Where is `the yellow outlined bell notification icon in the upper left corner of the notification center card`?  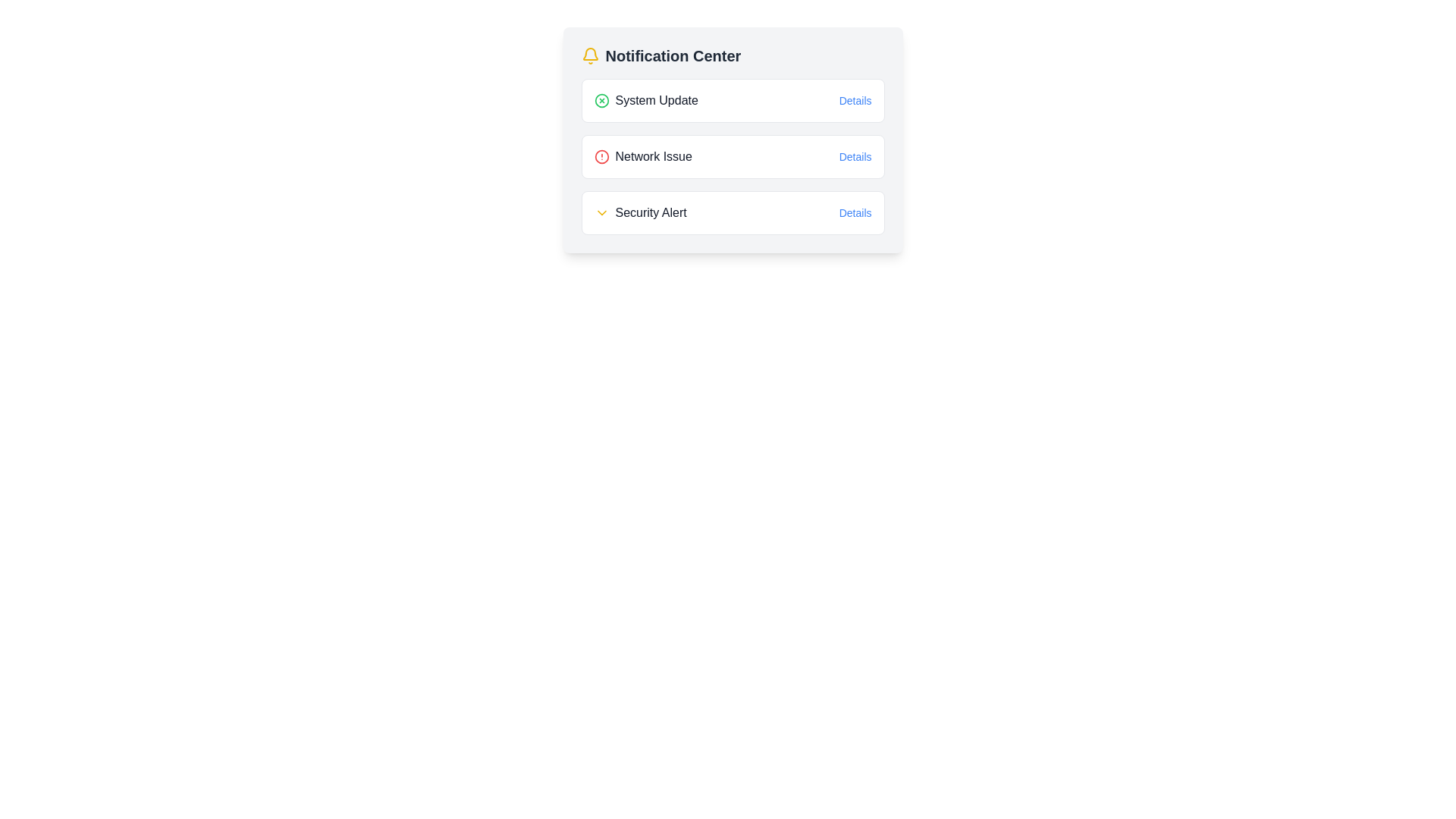 the yellow outlined bell notification icon in the upper left corner of the notification center card is located at coordinates (589, 53).